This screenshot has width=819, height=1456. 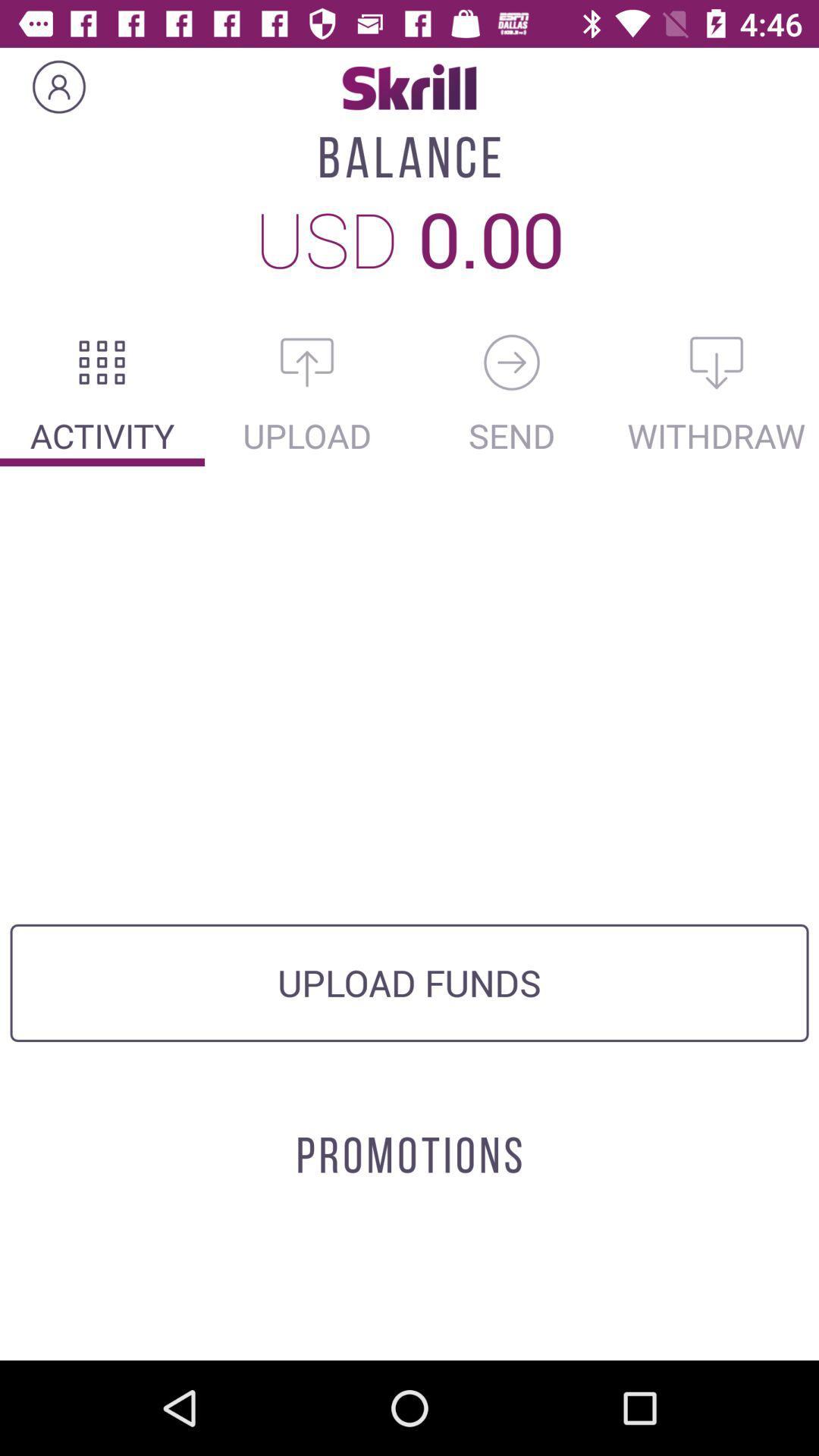 I want to click on activity button, so click(x=102, y=362).